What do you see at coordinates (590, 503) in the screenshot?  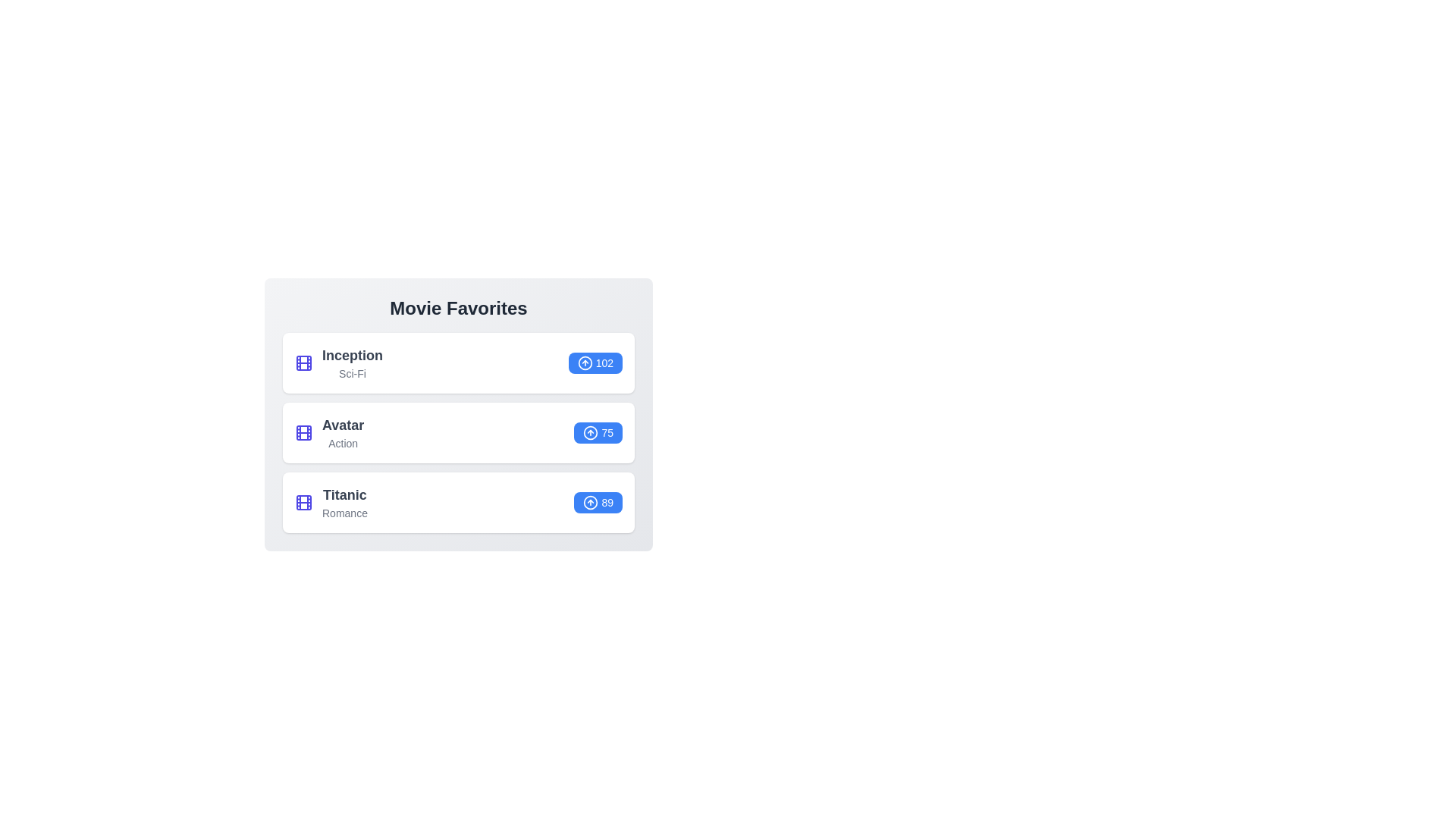 I see `the vote icon next to the movie Titanic` at bounding box center [590, 503].